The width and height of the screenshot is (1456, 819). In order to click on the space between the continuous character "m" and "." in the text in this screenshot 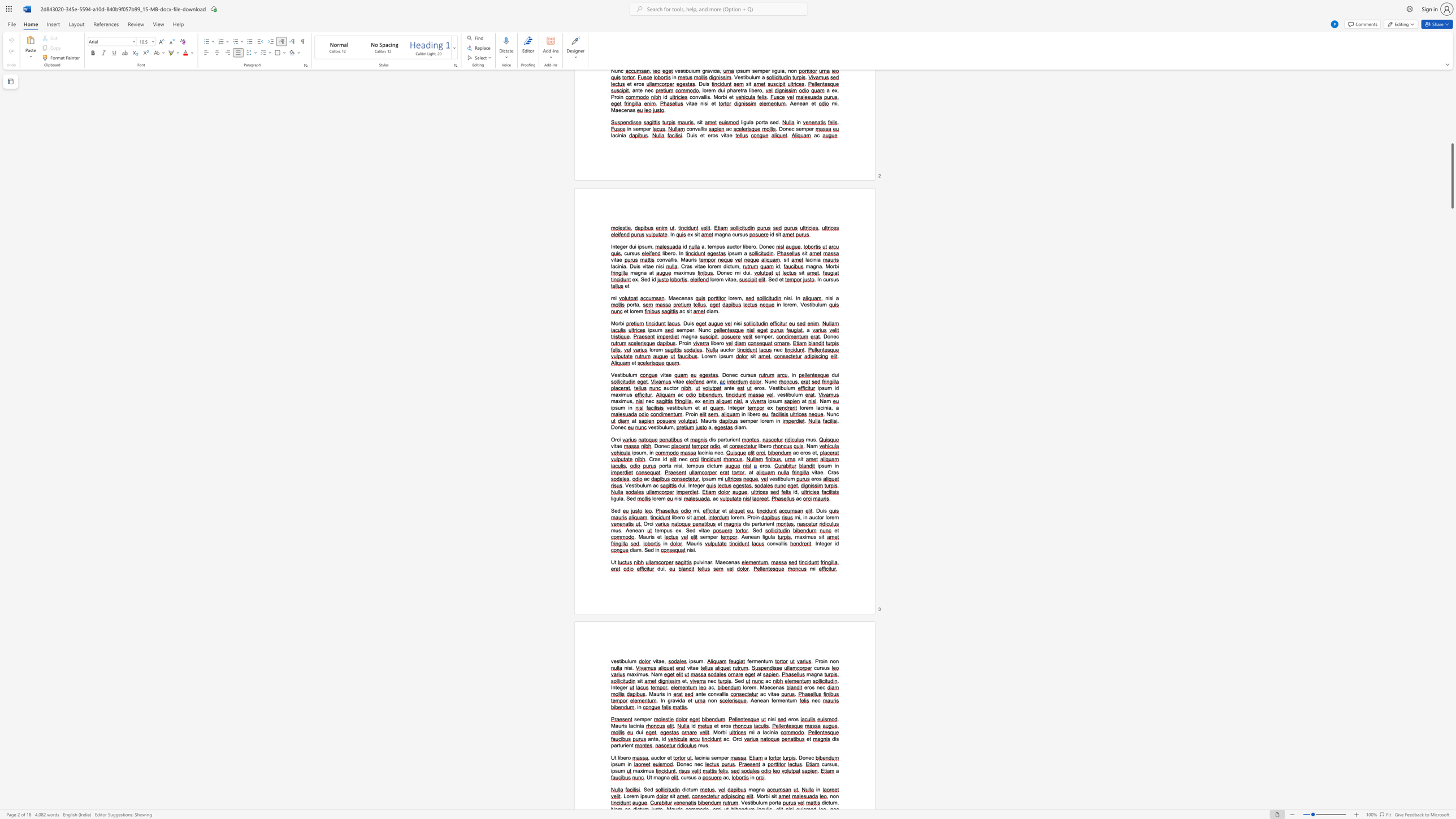, I will do `click(640, 549)`.